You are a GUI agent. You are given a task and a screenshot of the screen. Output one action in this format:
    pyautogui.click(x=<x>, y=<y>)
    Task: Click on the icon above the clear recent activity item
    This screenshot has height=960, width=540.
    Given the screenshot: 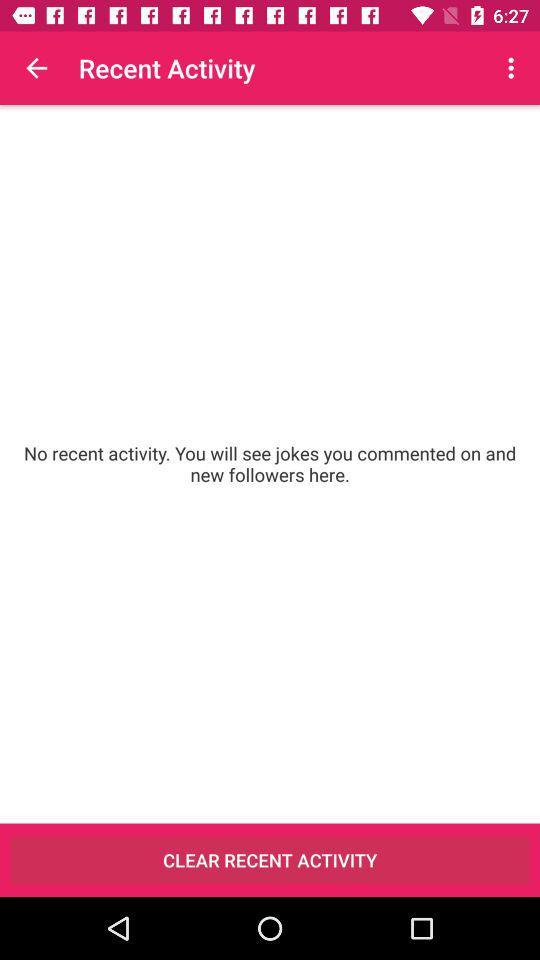 What is the action you would take?
    pyautogui.click(x=270, y=464)
    